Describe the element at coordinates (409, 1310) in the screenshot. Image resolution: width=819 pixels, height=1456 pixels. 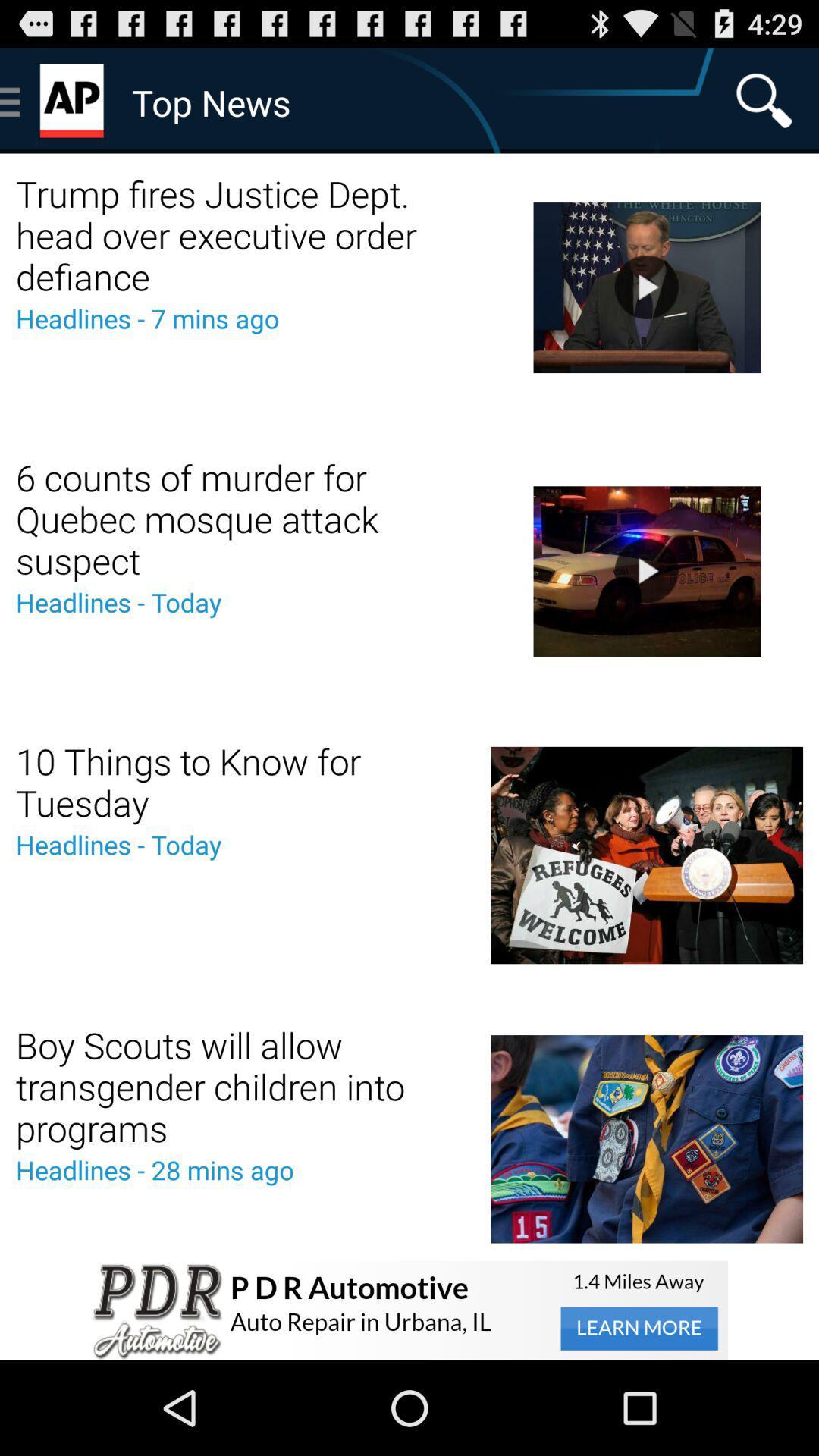
I see `advertisement pop-up` at that location.